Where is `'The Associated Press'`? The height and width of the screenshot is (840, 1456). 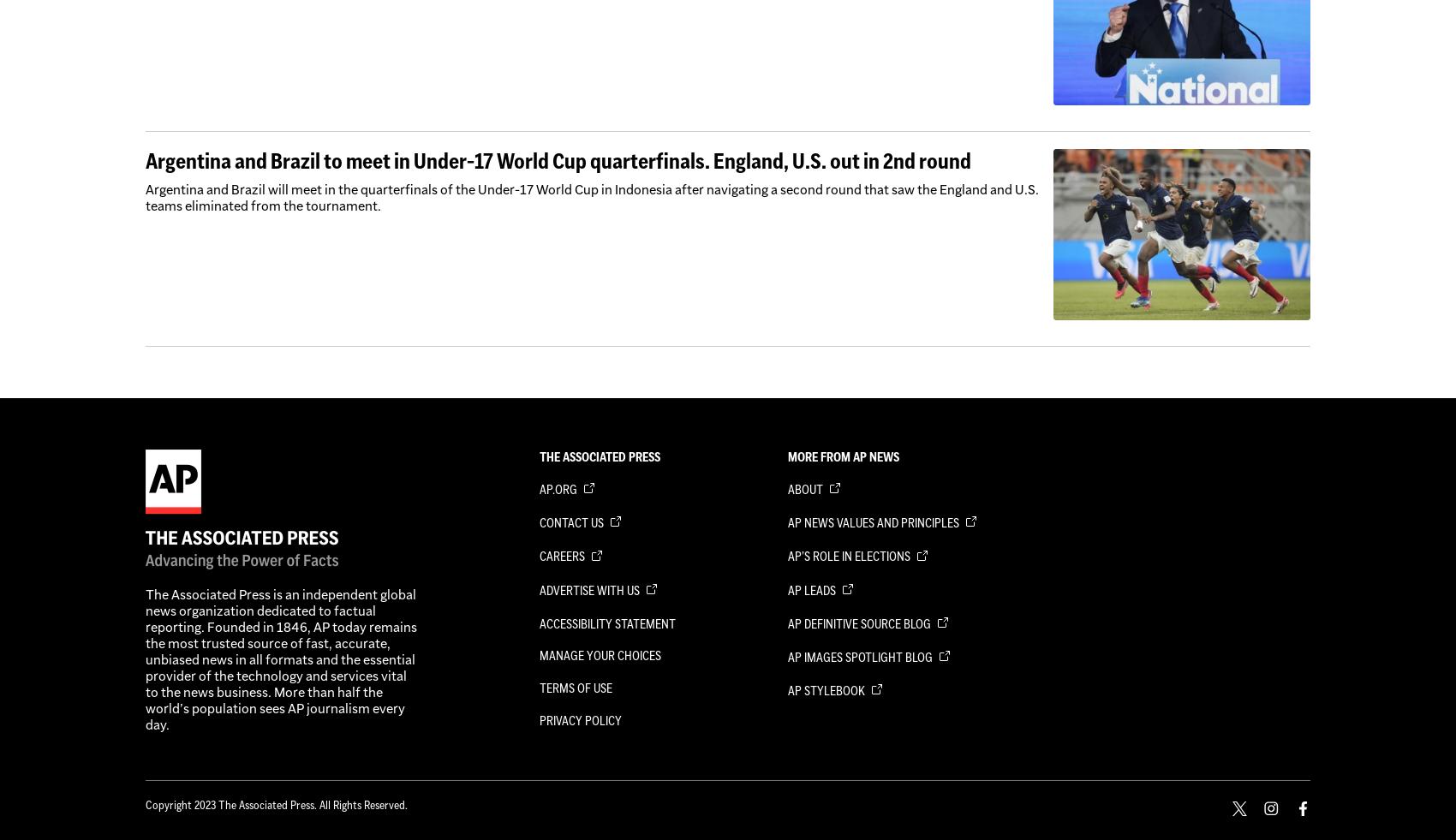
'The Associated Press' is located at coordinates (600, 456).